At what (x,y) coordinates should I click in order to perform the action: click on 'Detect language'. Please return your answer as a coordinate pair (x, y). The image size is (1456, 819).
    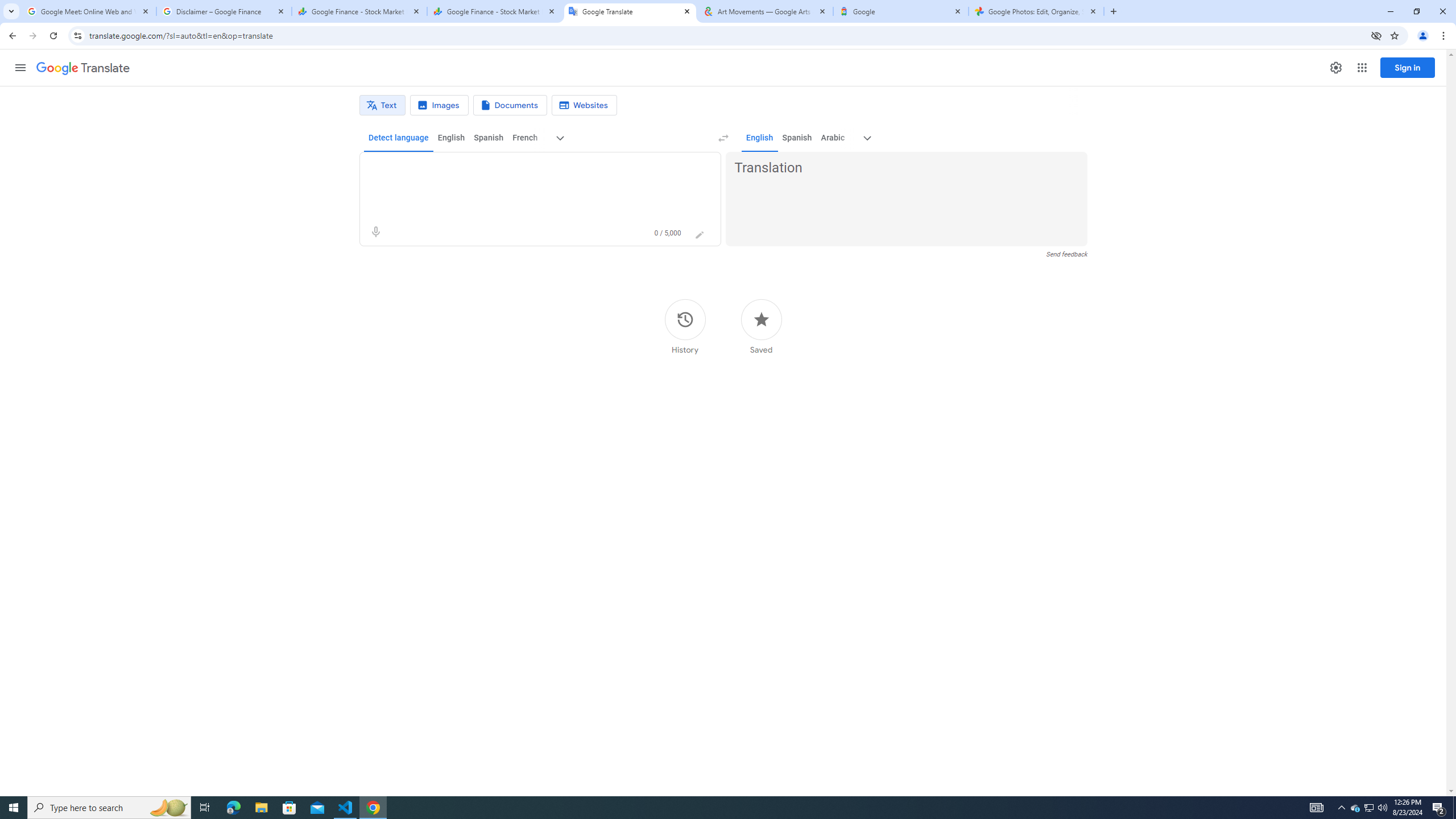
    Looking at the image, I should click on (399, 137).